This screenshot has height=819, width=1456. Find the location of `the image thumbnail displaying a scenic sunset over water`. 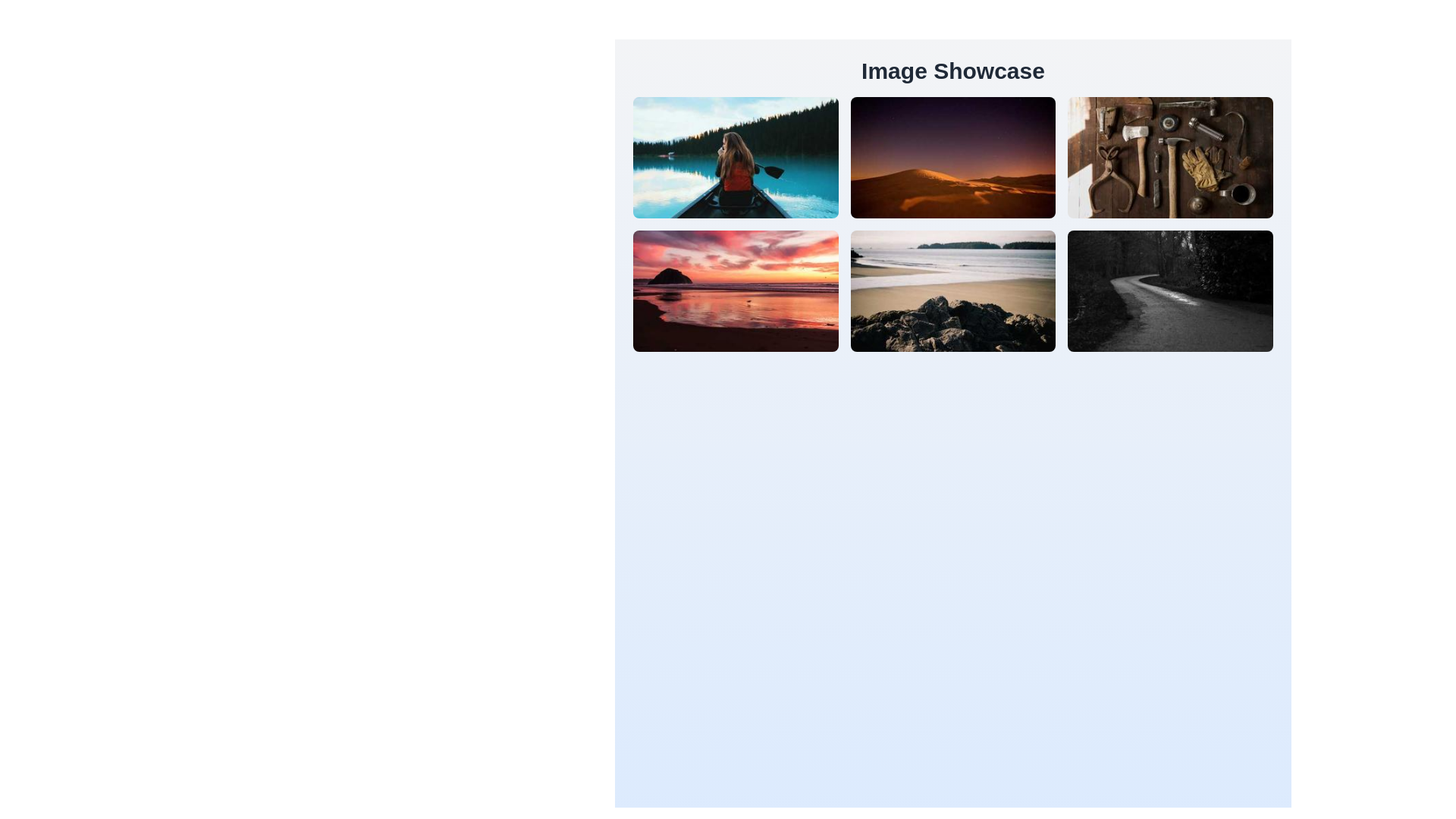

the image thumbnail displaying a scenic sunset over water is located at coordinates (736, 291).